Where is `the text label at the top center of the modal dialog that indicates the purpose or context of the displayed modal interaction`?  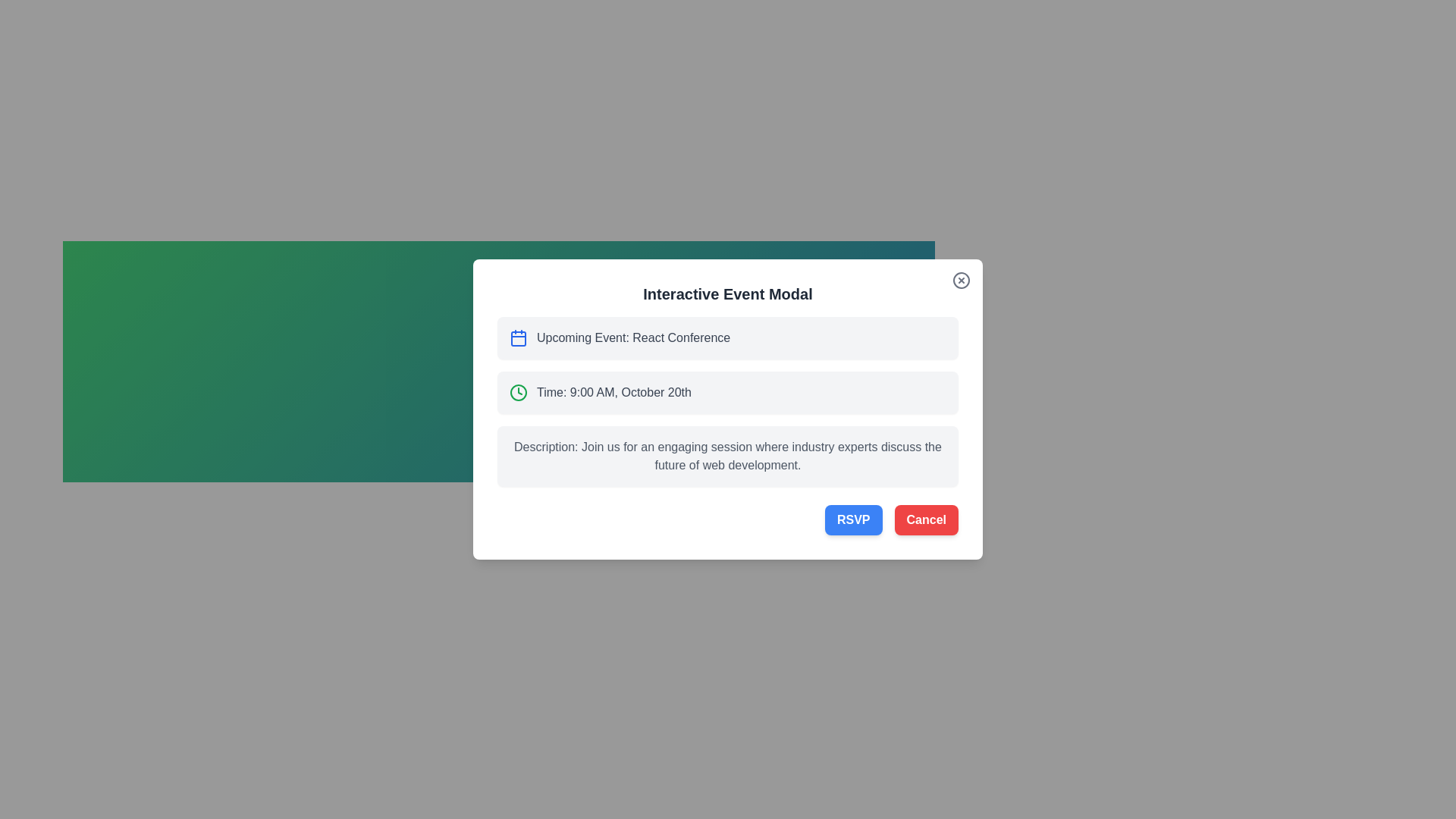 the text label at the top center of the modal dialog that indicates the purpose or context of the displayed modal interaction is located at coordinates (728, 294).